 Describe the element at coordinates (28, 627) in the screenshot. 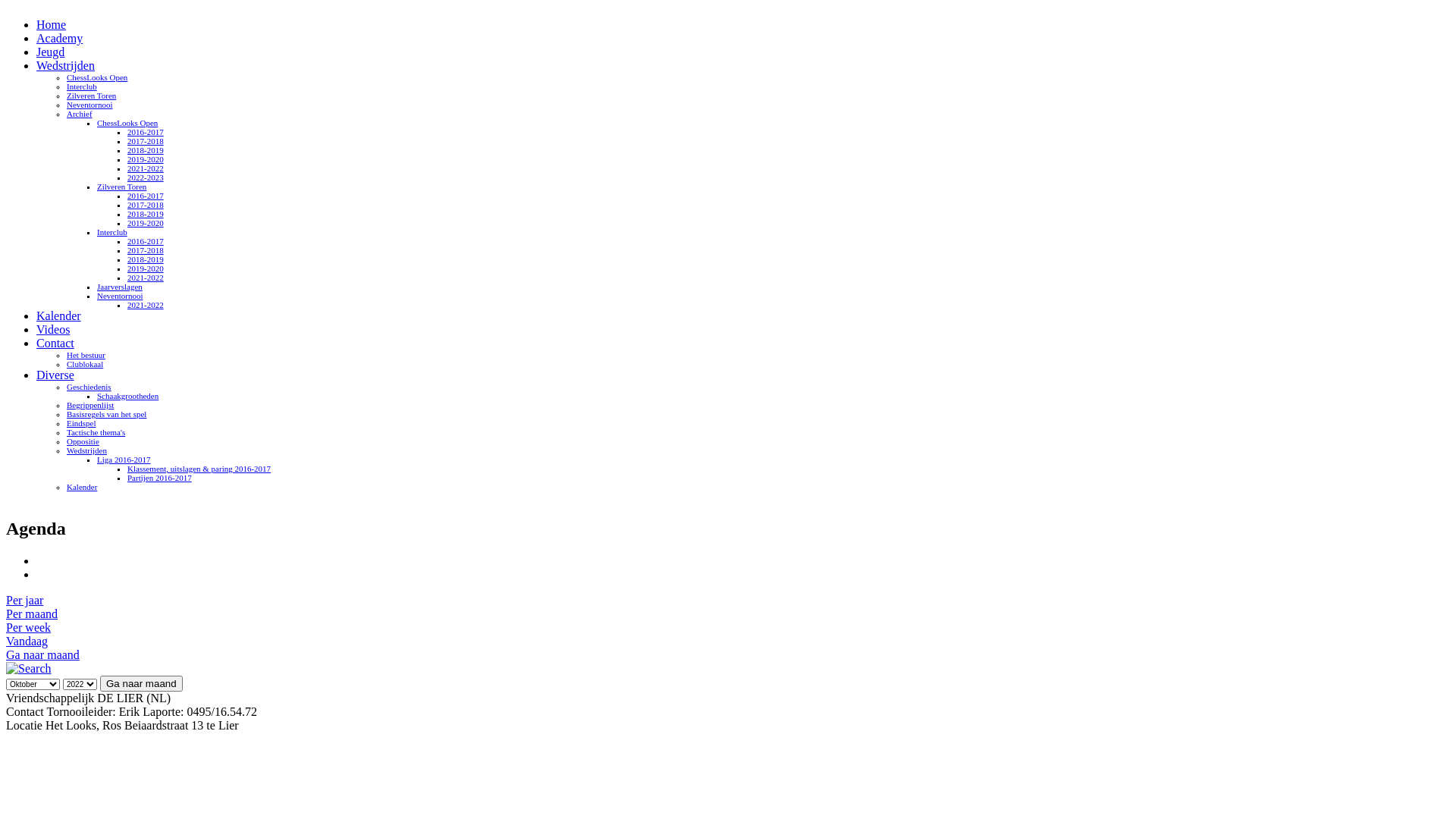

I see `'Per week'` at that location.